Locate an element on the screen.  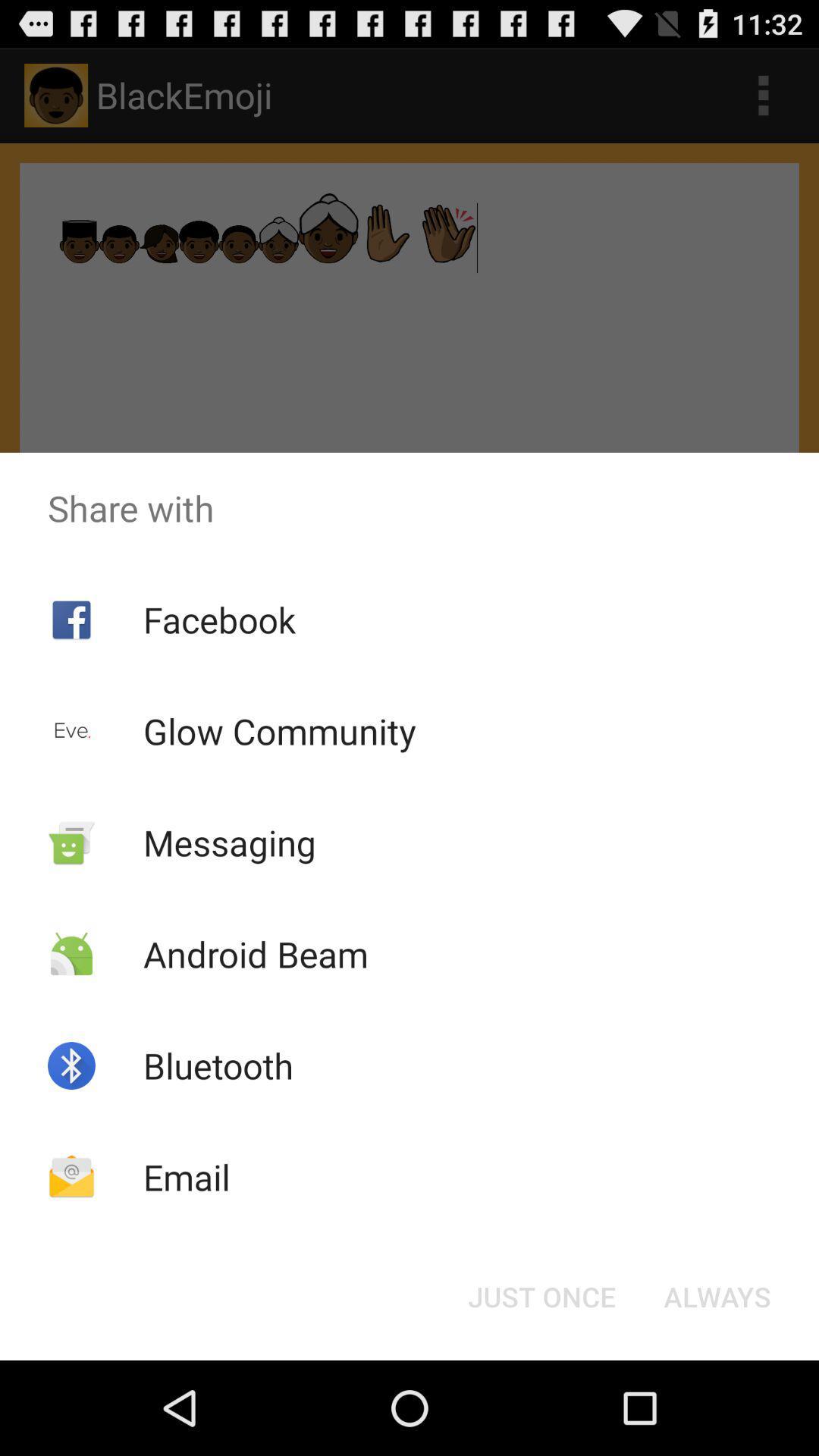
the app below glow community is located at coordinates (230, 842).